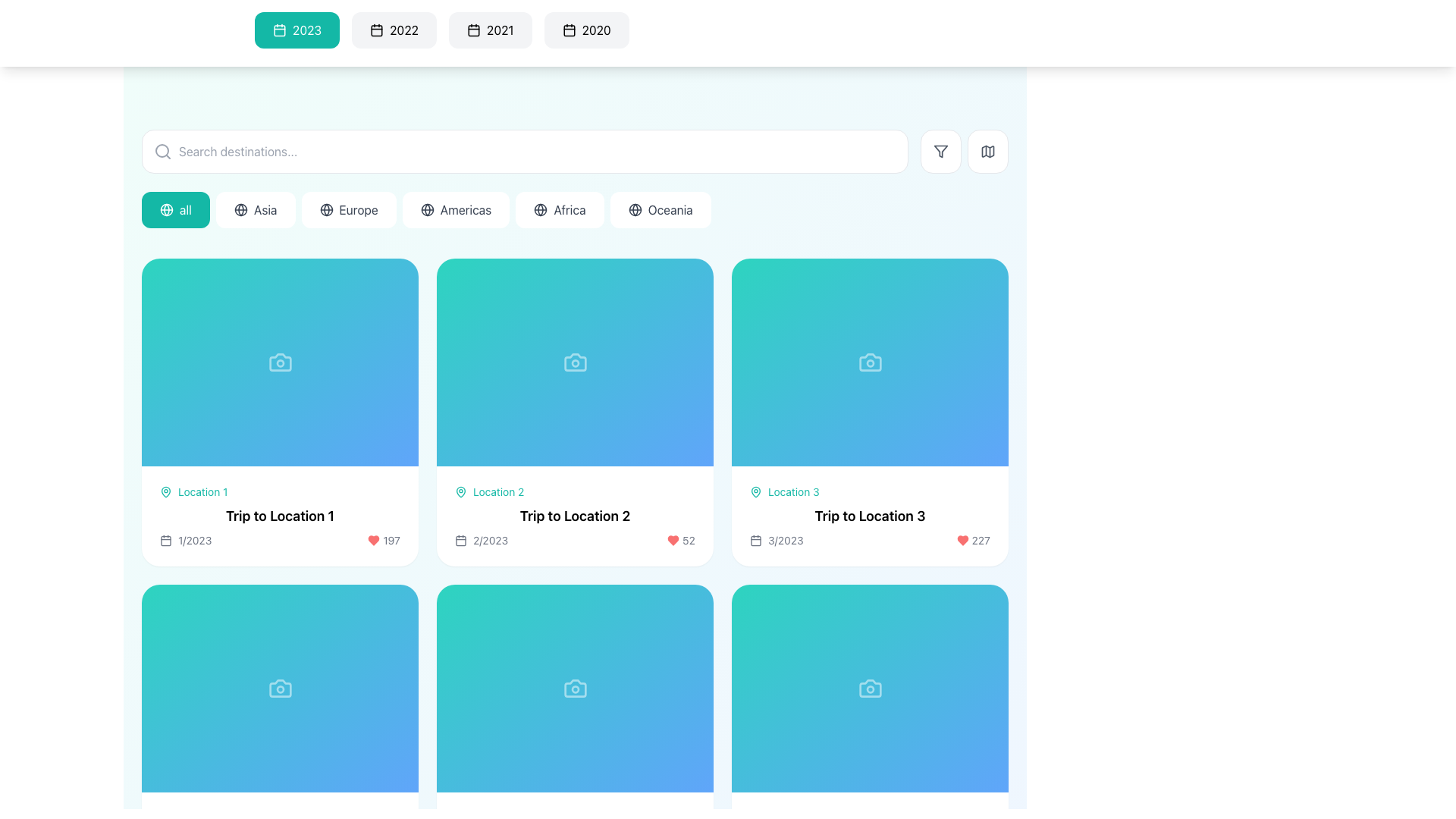 The image size is (1456, 819). What do you see at coordinates (384, 539) in the screenshot?
I see `the static text label displaying the number '197', which is styled in gray and located to the right of a red heart icon in the bottom section of the first card in a grid layout` at bounding box center [384, 539].